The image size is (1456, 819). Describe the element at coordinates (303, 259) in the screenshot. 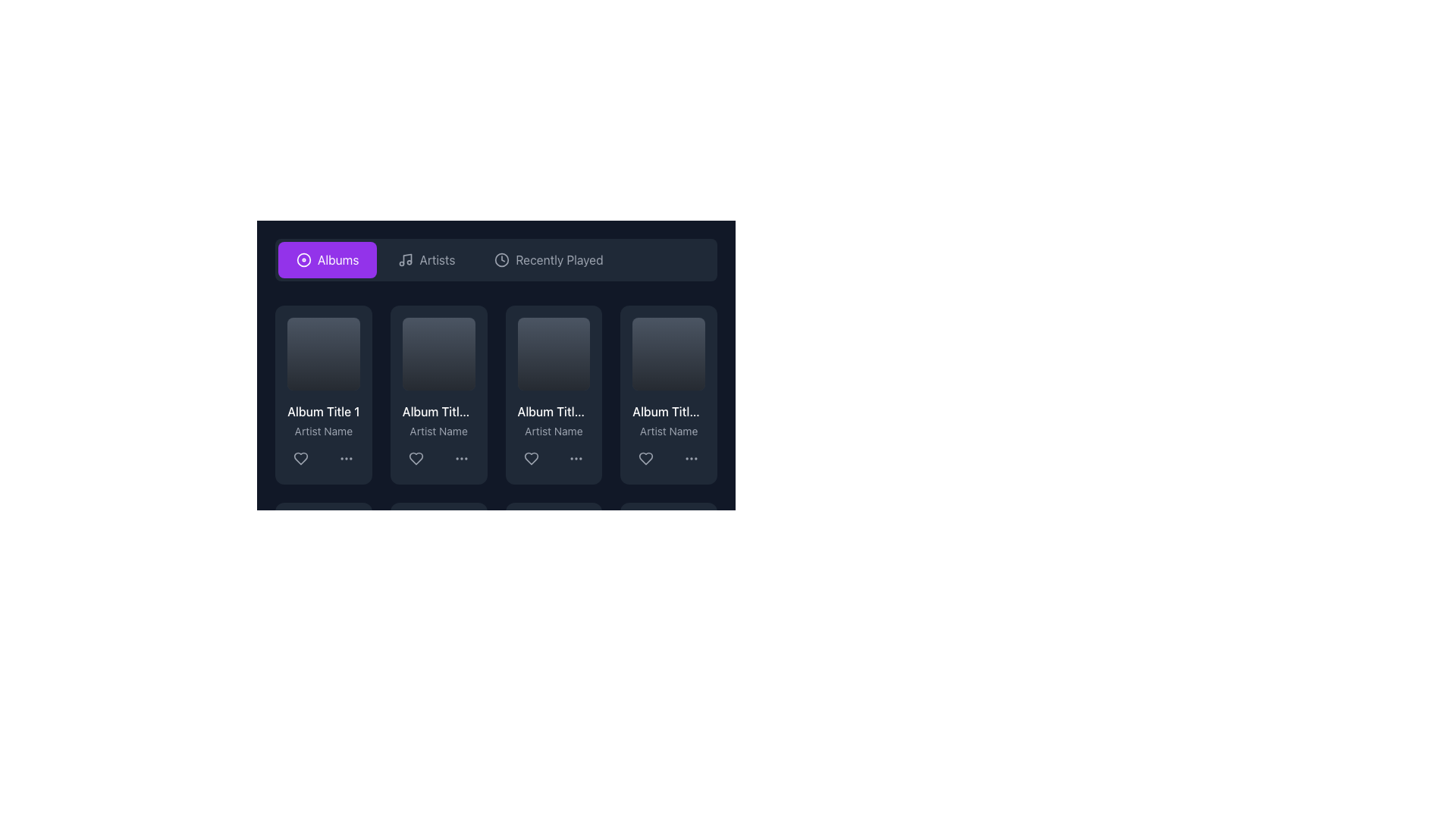

I see `the circular icon representing the 'Albums' button, located at the top-left corner of the navigation area` at that location.